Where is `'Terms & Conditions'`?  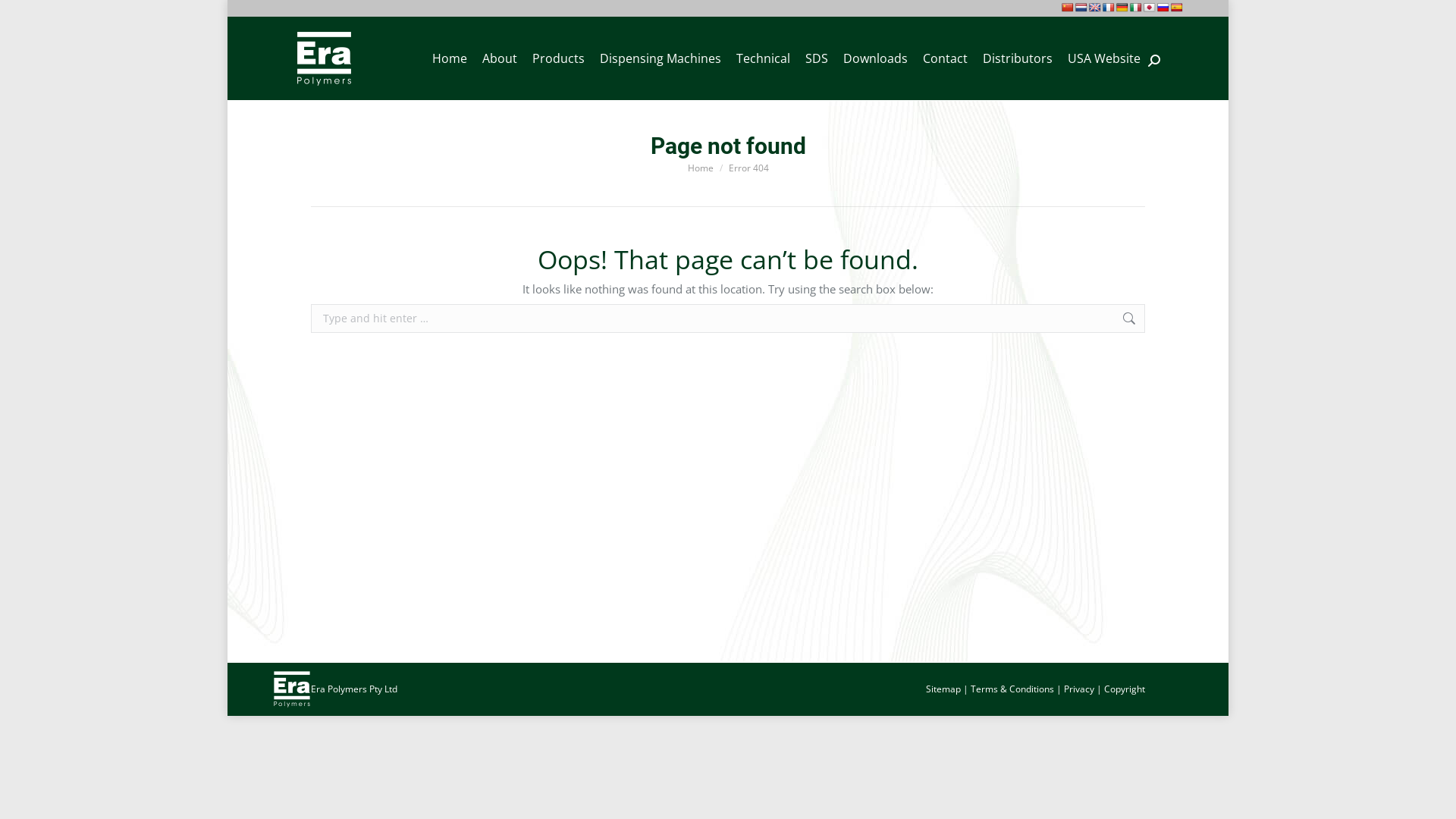 'Terms & Conditions' is located at coordinates (1012, 689).